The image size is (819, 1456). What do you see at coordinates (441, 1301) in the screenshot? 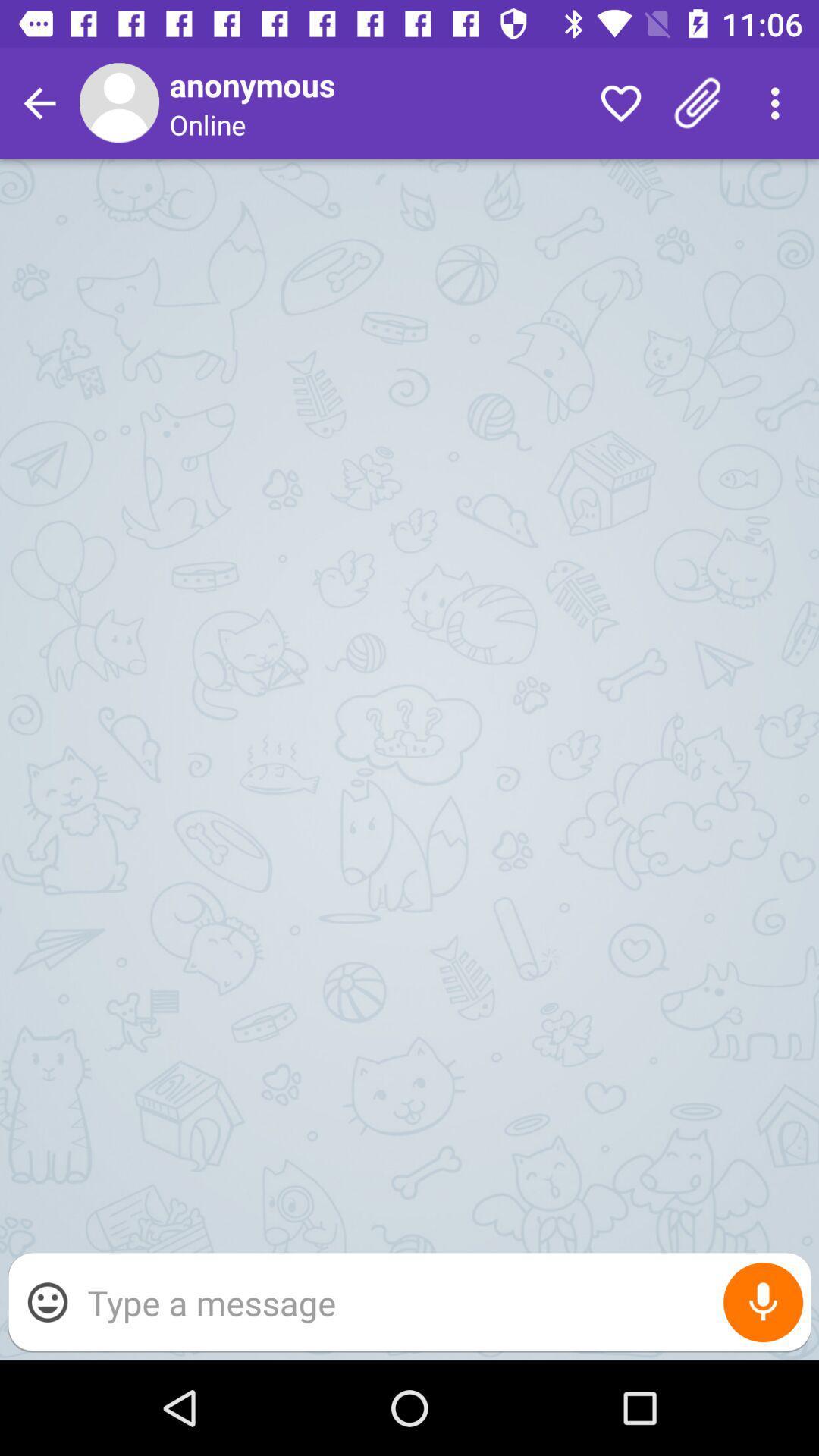
I see `type a message` at bounding box center [441, 1301].